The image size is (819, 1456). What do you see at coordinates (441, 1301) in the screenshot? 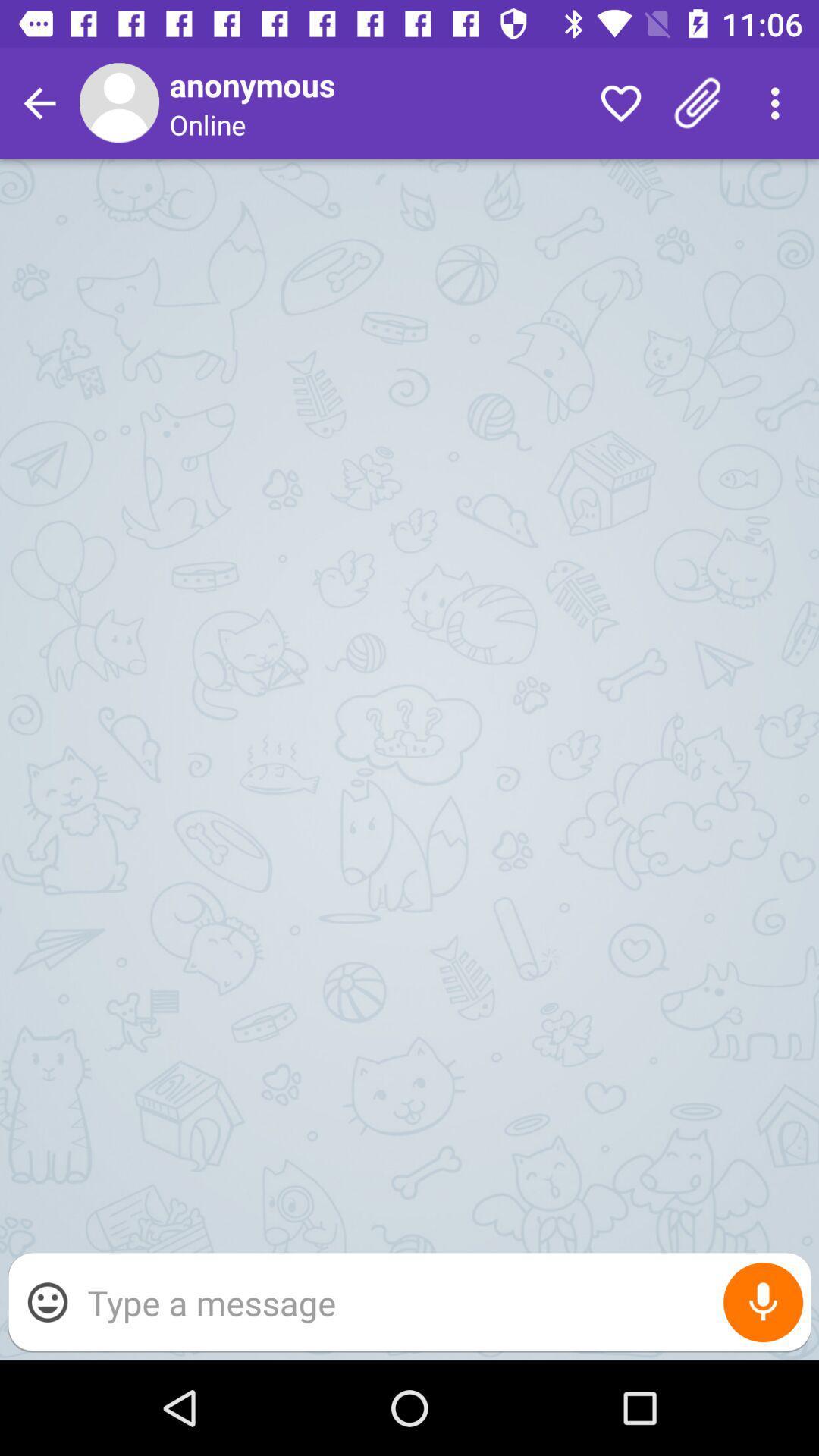
I see `type a message` at bounding box center [441, 1301].